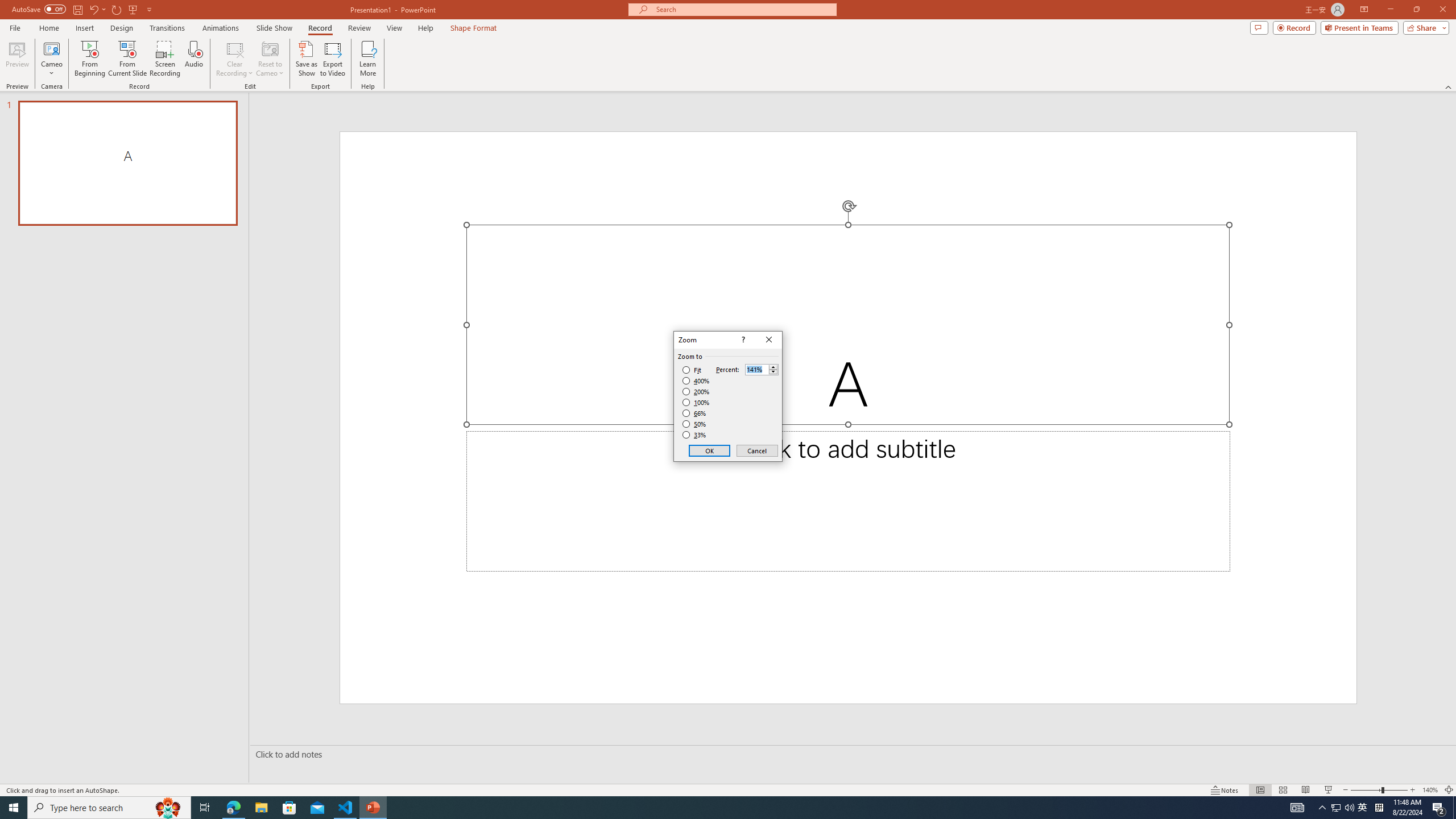 The width and height of the screenshot is (1456, 819). Describe the element at coordinates (695, 412) in the screenshot. I see `'66%'` at that location.